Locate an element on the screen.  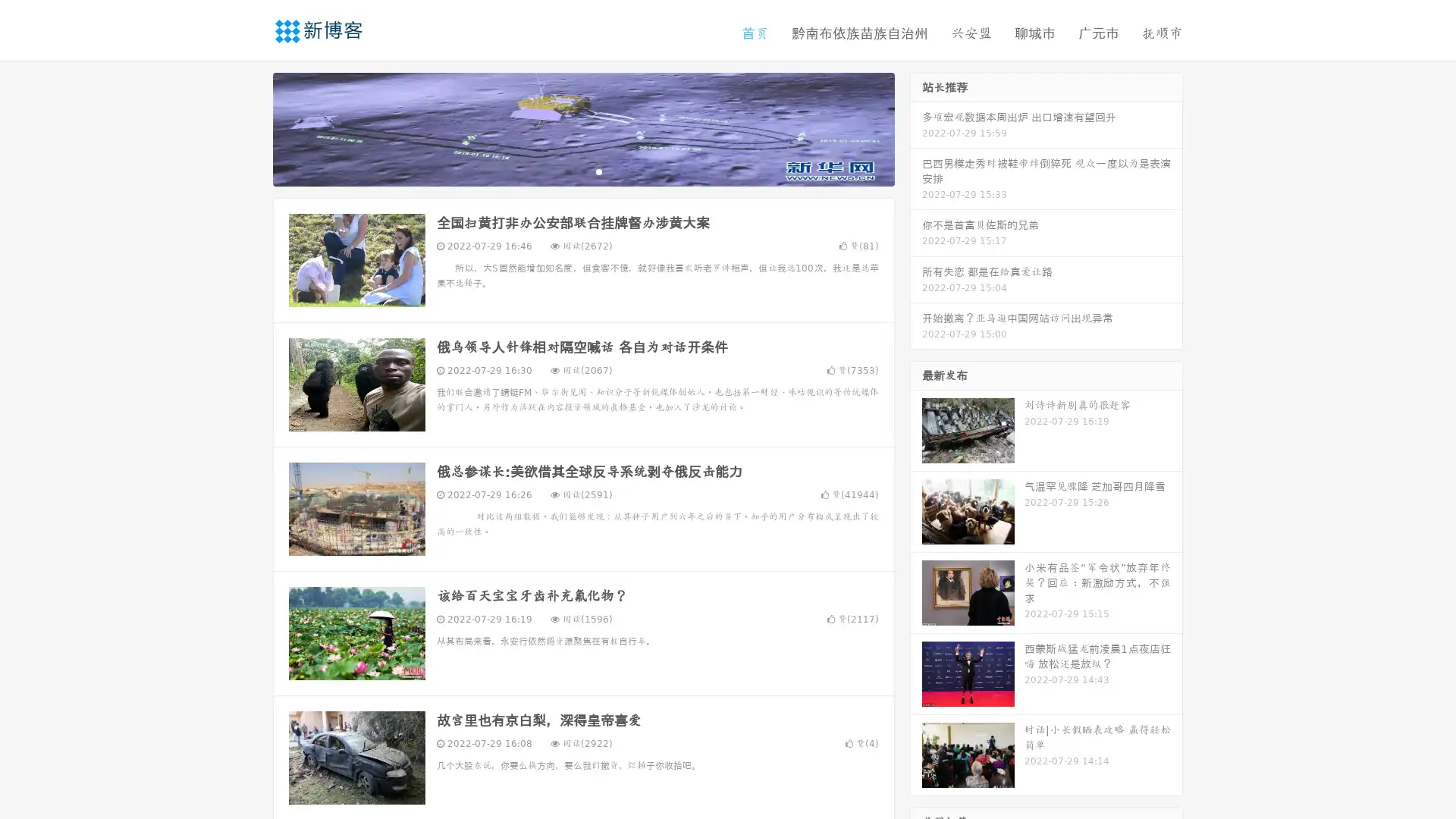
Go to slide 3 is located at coordinates (598, 171).